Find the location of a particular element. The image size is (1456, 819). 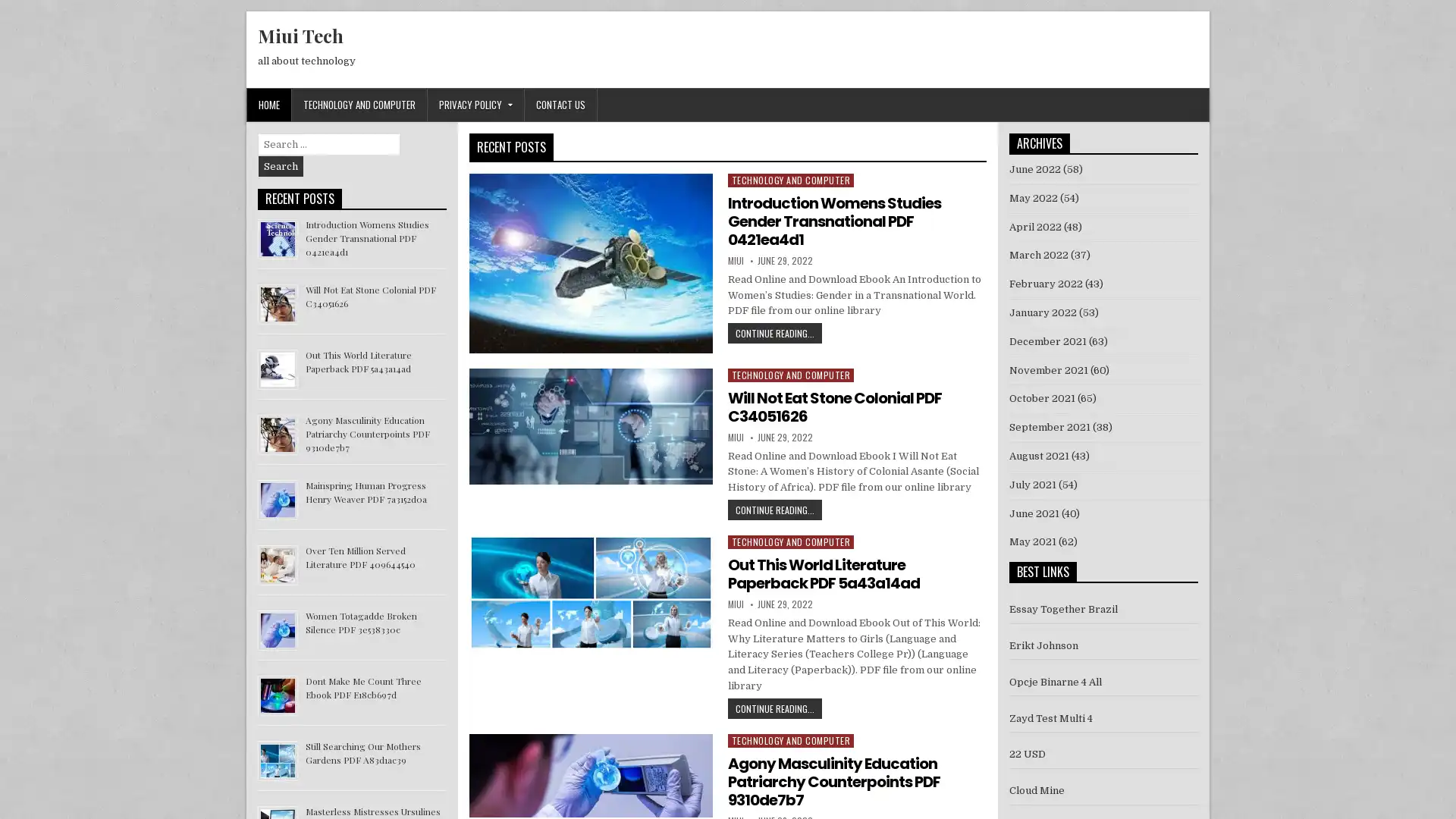

Search is located at coordinates (281, 166).